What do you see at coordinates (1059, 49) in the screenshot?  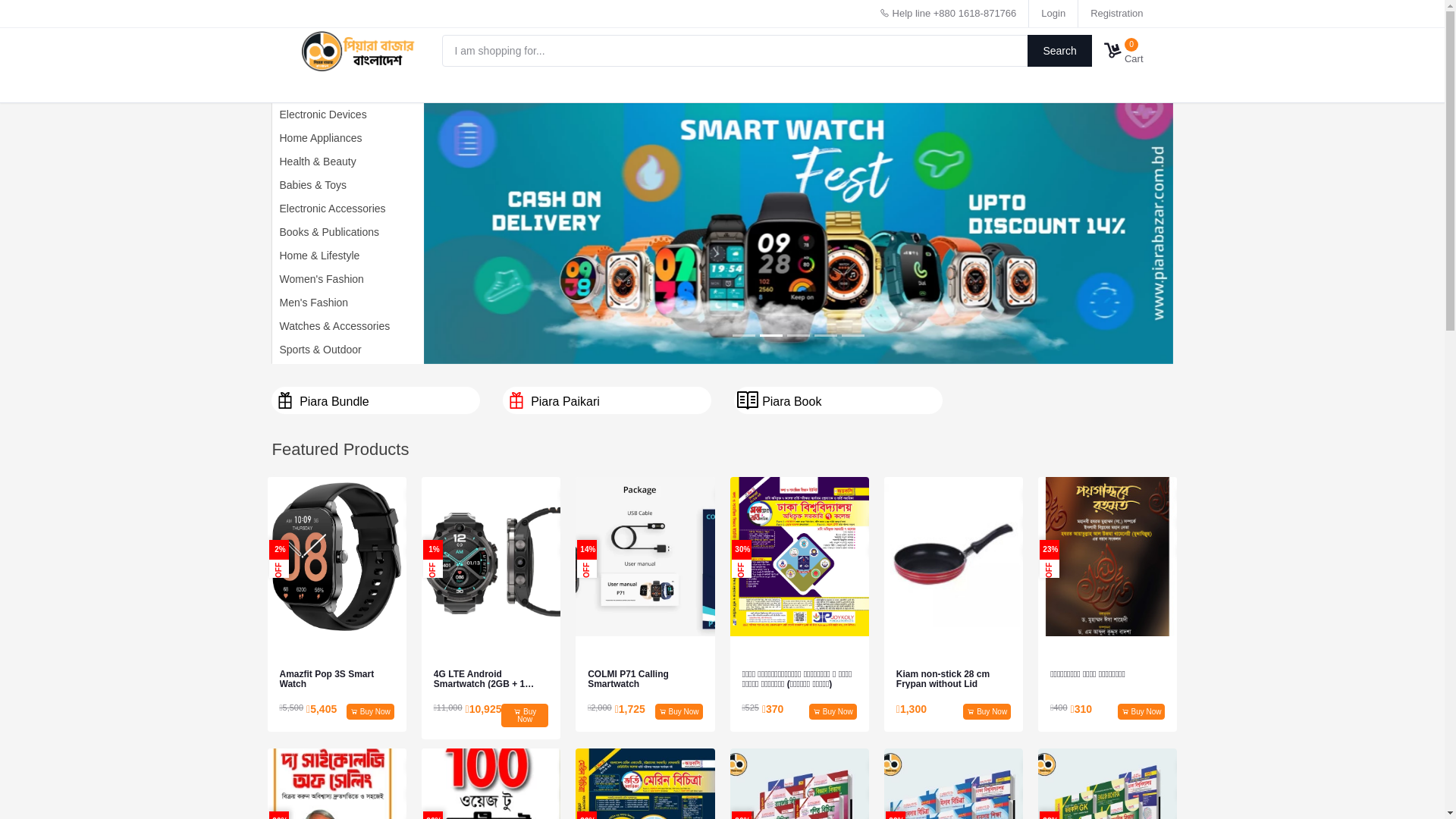 I see `'Search'` at bounding box center [1059, 49].